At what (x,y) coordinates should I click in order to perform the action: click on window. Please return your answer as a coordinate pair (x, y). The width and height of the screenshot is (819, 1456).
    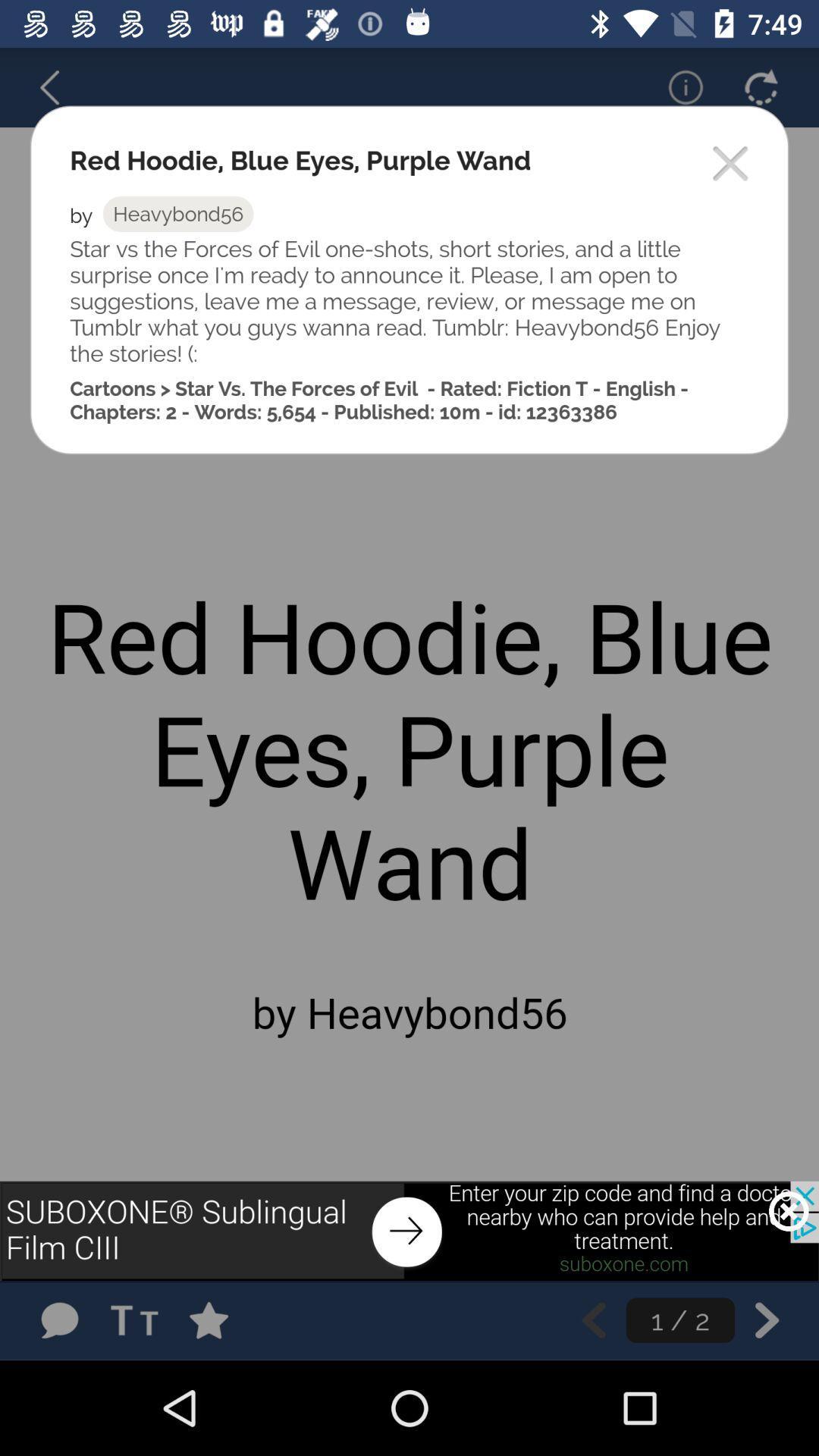
    Looking at the image, I should click on (730, 165).